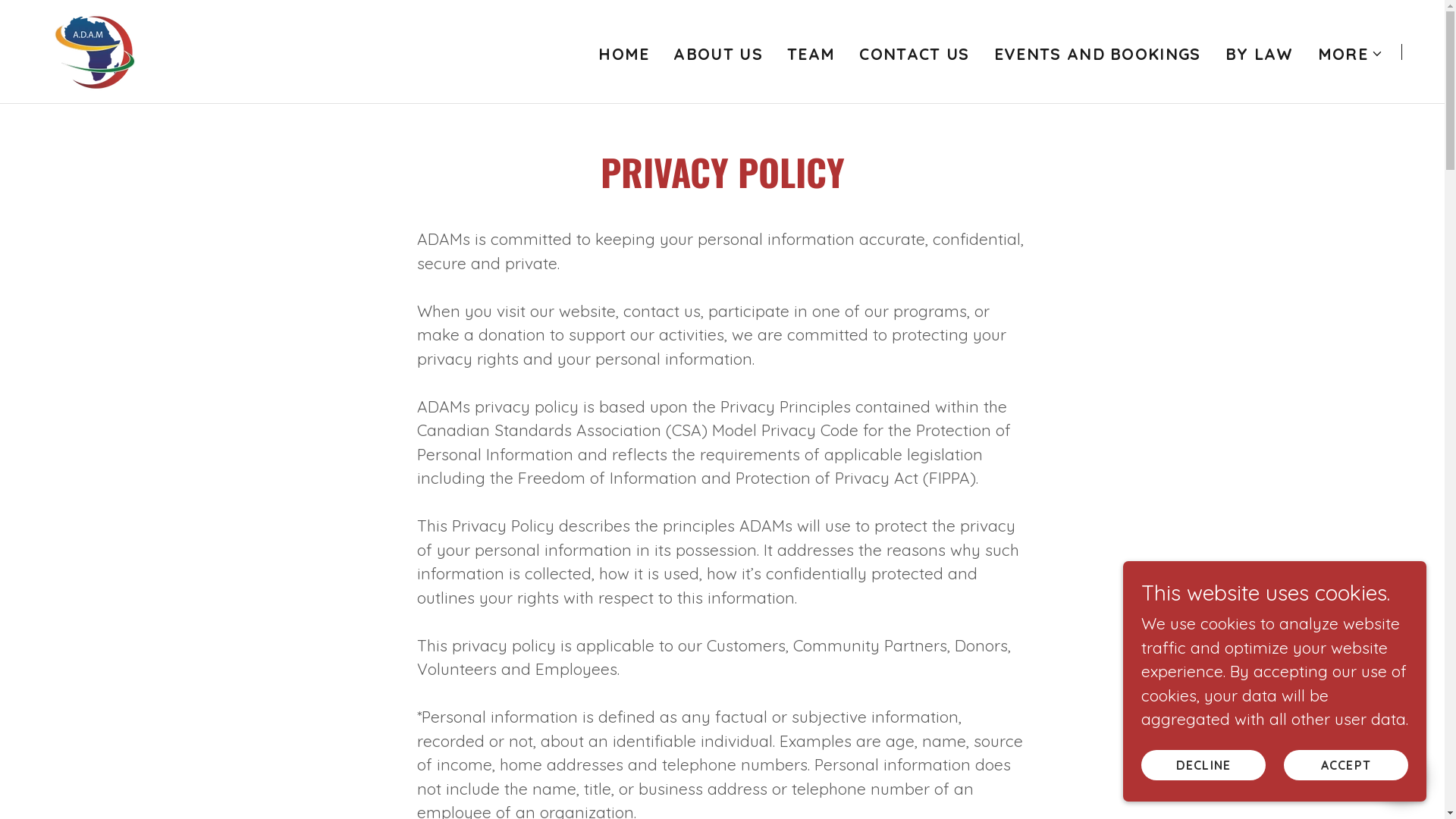 The height and width of the screenshot is (819, 1456). What do you see at coordinates (783, 52) in the screenshot?
I see `'TEAM'` at bounding box center [783, 52].